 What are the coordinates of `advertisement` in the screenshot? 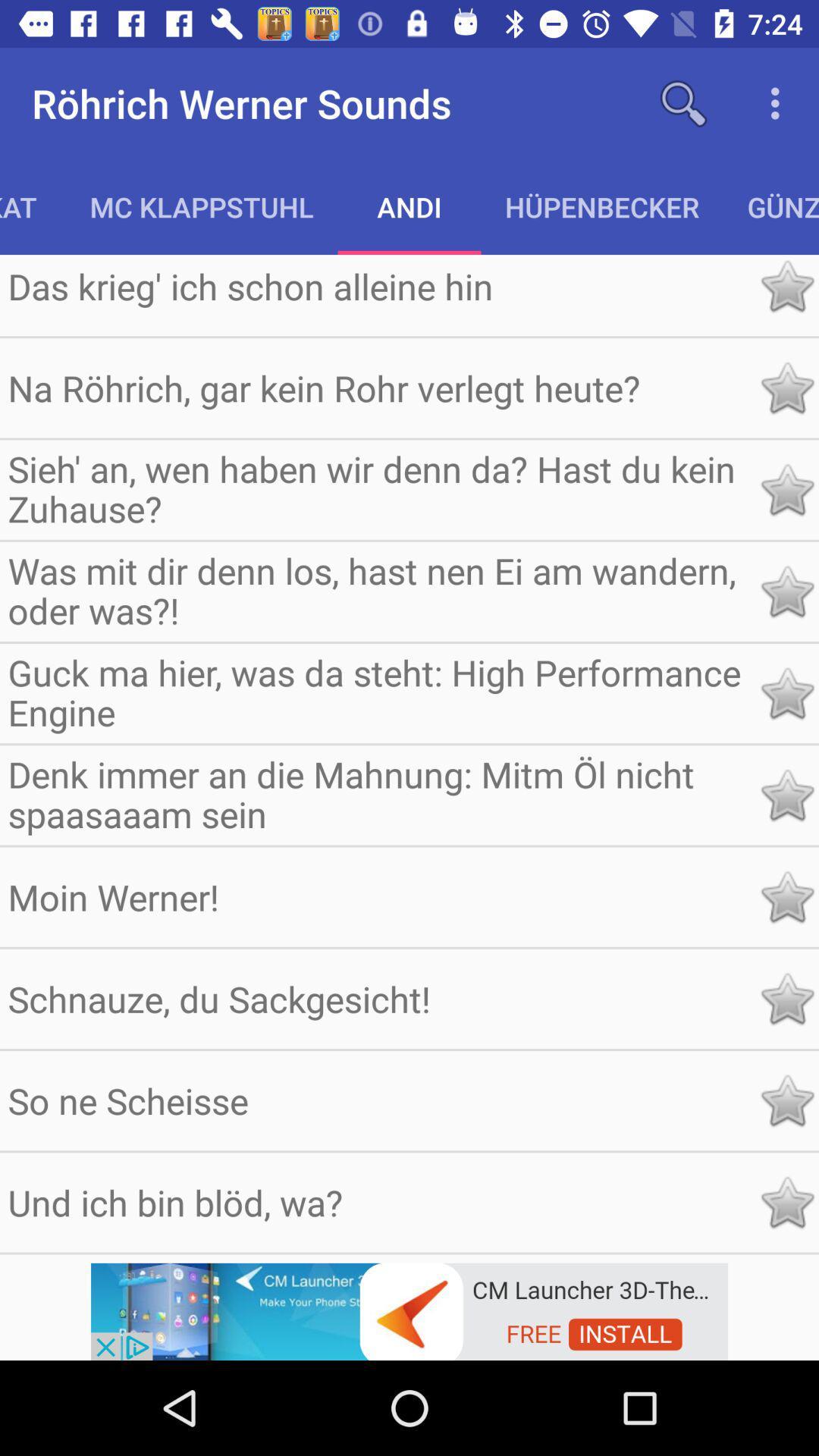 It's located at (409, 1310).